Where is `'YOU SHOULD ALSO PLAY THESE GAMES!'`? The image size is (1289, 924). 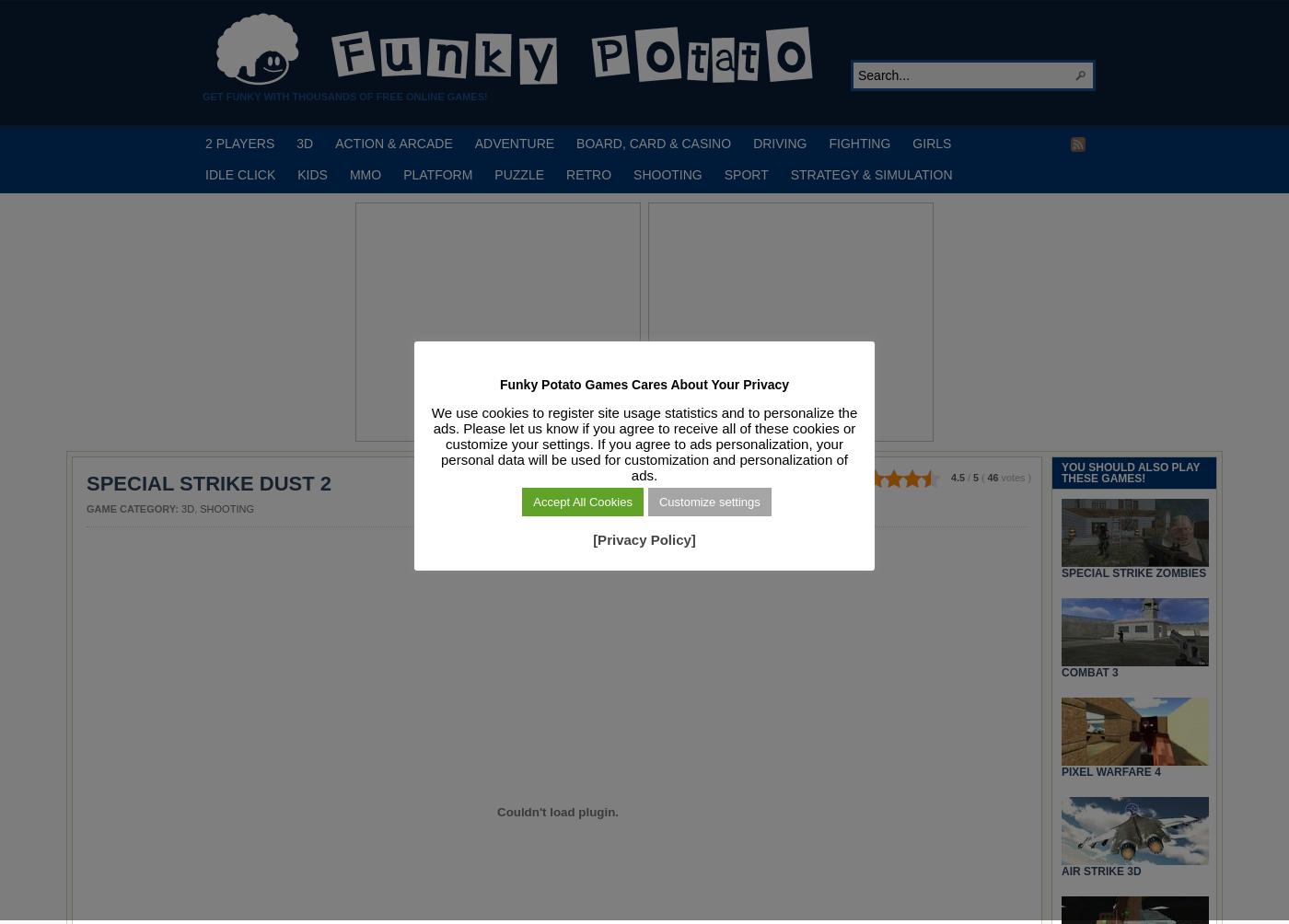 'YOU SHOULD ALSO PLAY THESE GAMES!' is located at coordinates (1130, 472).